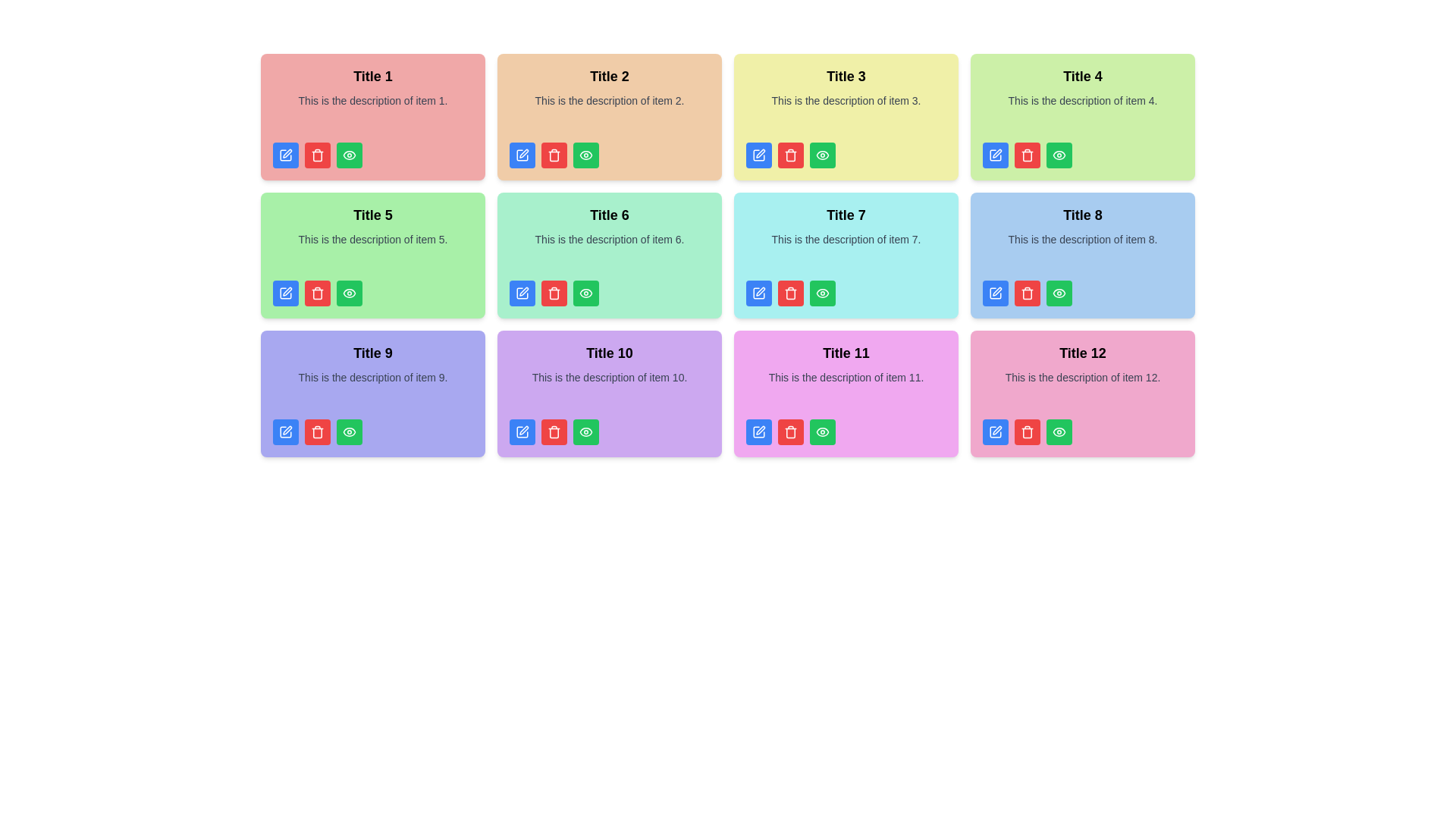  What do you see at coordinates (1027, 294) in the screenshot?
I see `the trash bin icon component, which is a curved rectangle with a vertical extension at its top, located centrally within the trash icon structure` at bounding box center [1027, 294].